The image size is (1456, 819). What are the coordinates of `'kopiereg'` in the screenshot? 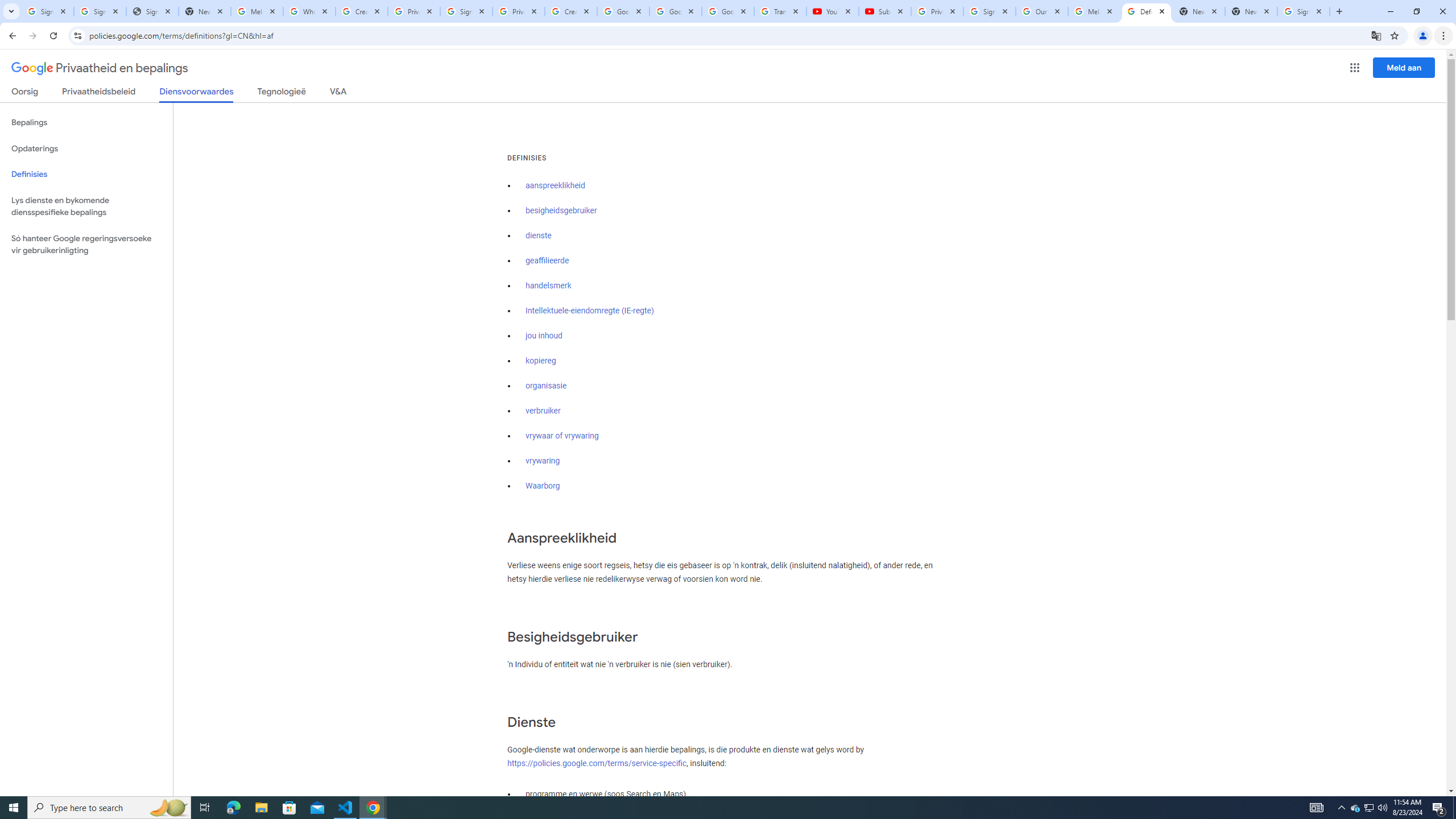 It's located at (540, 361).